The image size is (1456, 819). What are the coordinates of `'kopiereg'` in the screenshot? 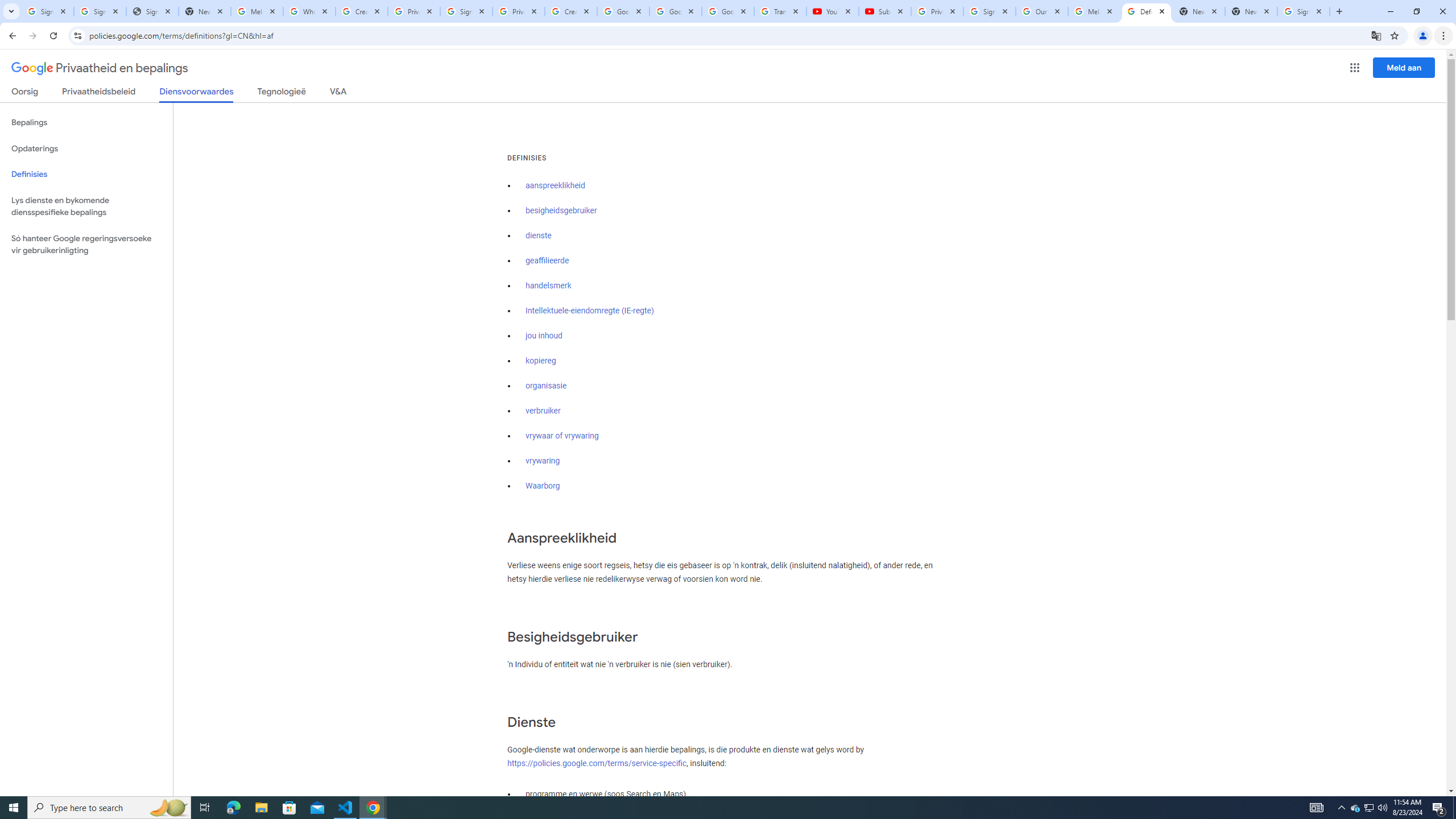 It's located at (540, 361).